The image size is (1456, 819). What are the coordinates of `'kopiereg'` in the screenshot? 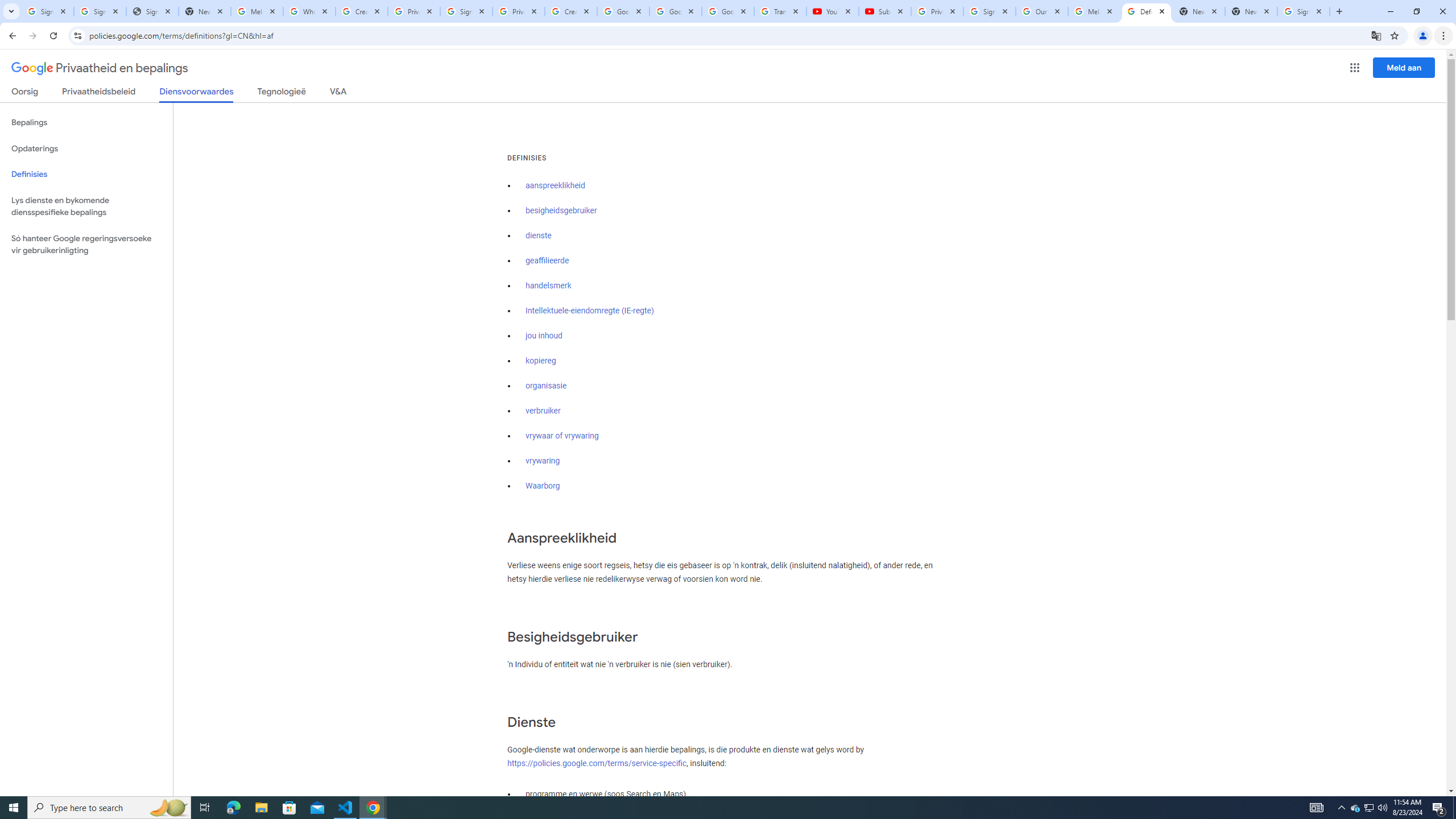 It's located at (540, 361).